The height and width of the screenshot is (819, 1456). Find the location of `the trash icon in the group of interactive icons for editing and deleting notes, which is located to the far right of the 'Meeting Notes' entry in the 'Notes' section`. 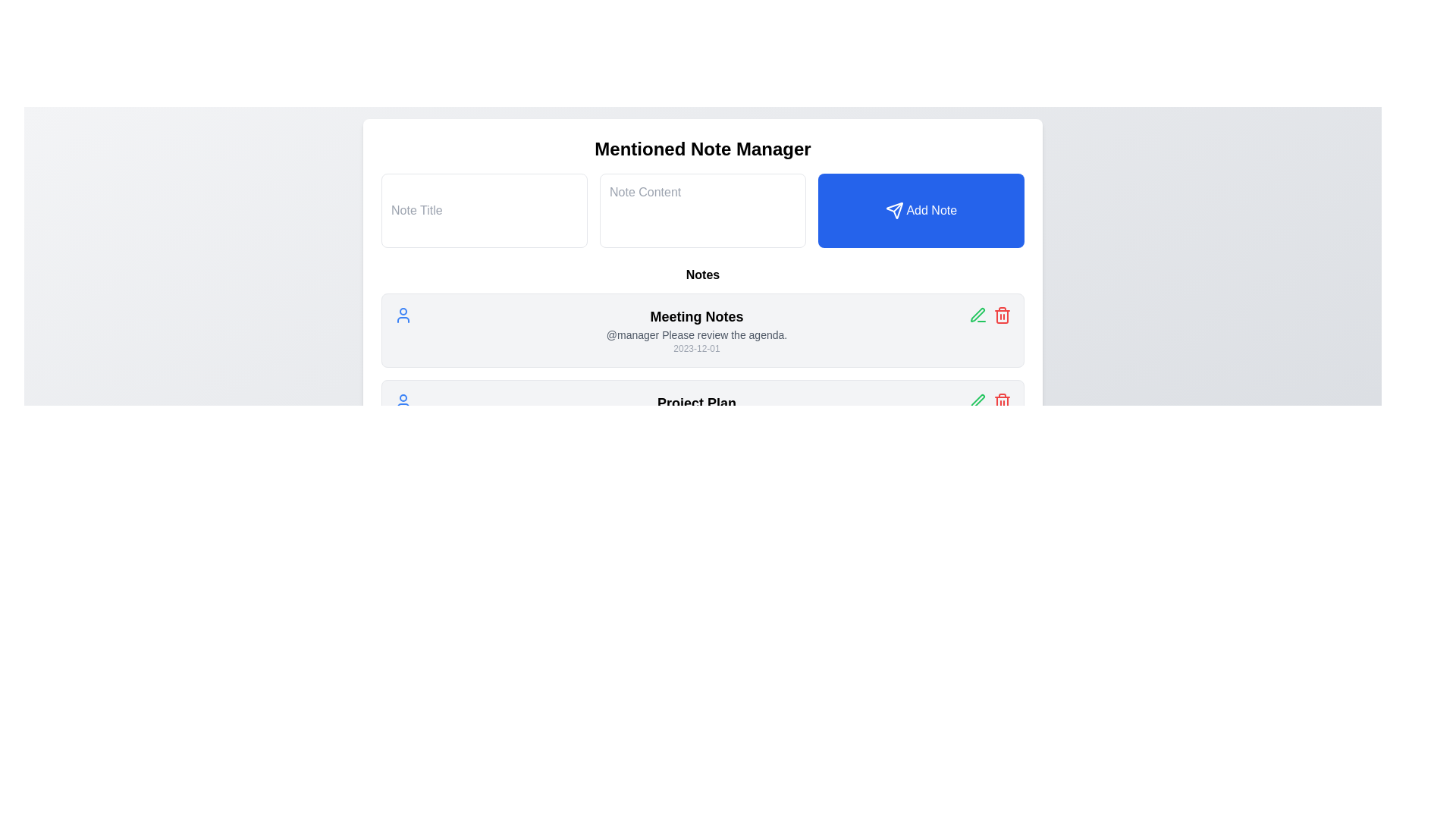

the trash icon in the group of interactive icons for editing and deleting notes, which is located to the far right of the 'Meeting Notes' entry in the 'Notes' section is located at coordinates (990, 315).